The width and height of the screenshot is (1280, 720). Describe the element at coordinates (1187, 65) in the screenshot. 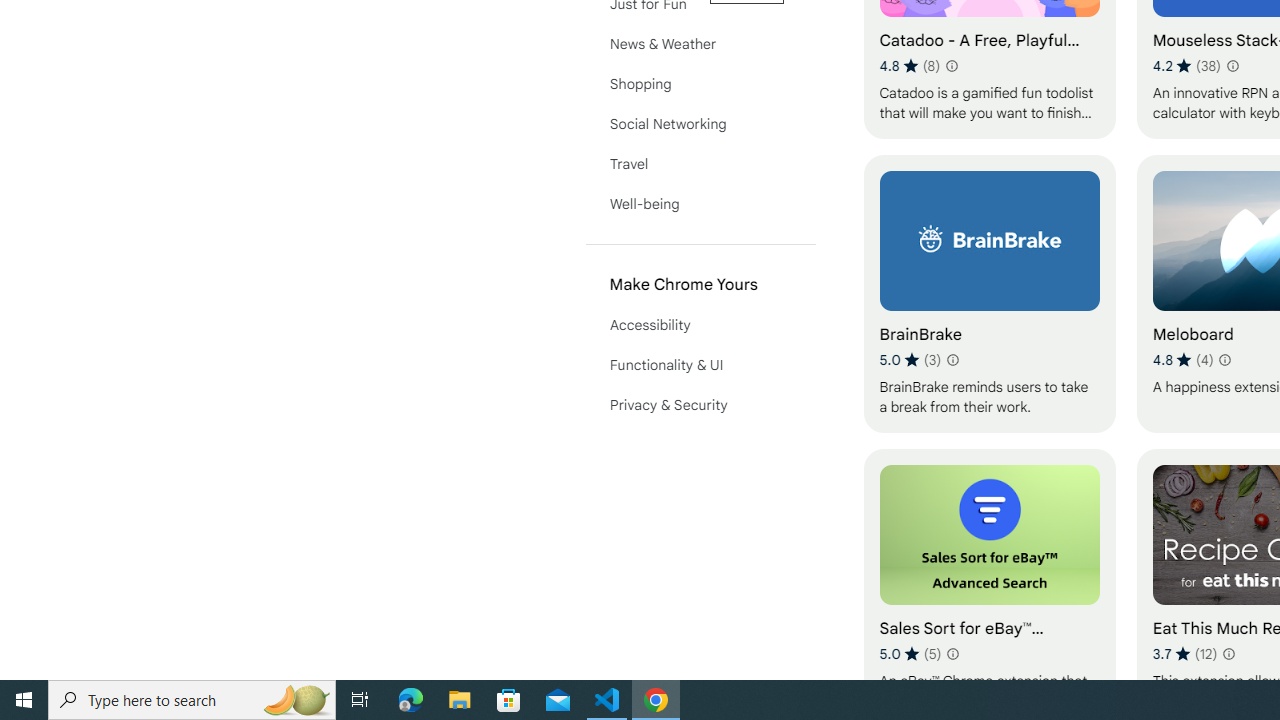

I see `'Average rating 4.2 out of 5 stars. 38 ratings.'` at that location.